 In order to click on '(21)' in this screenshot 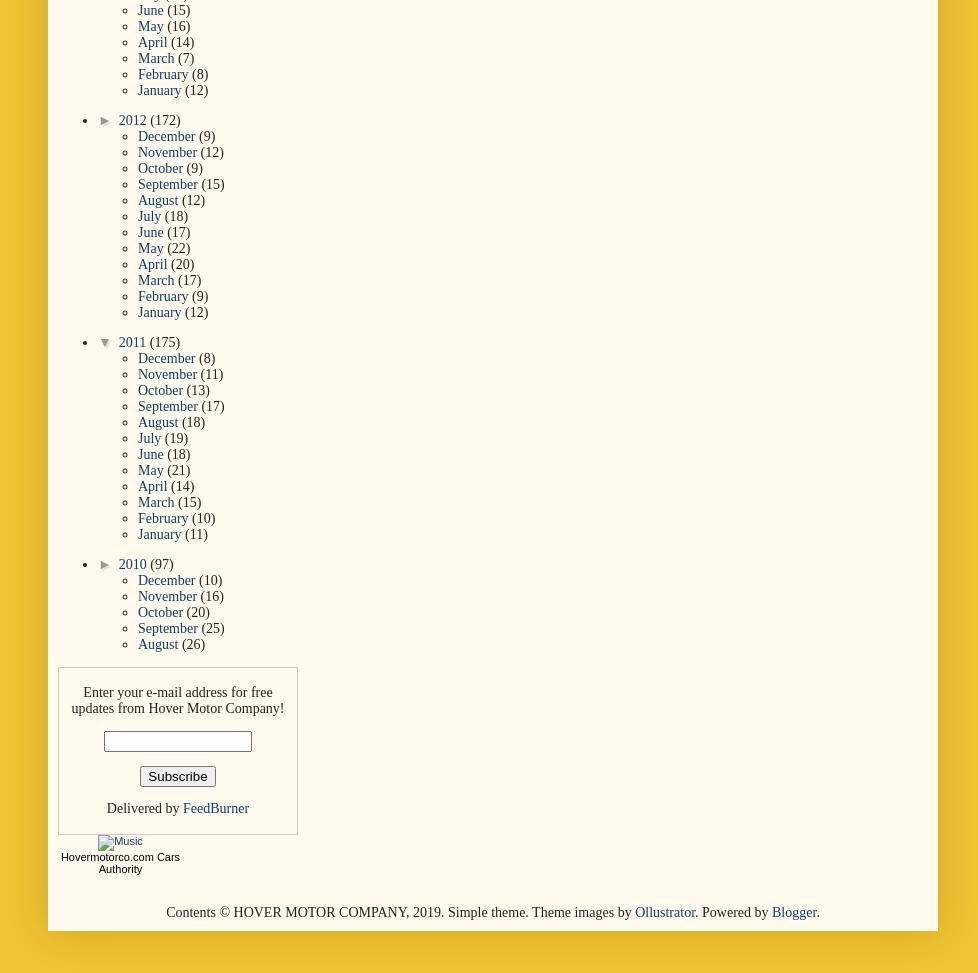, I will do `click(178, 469)`.